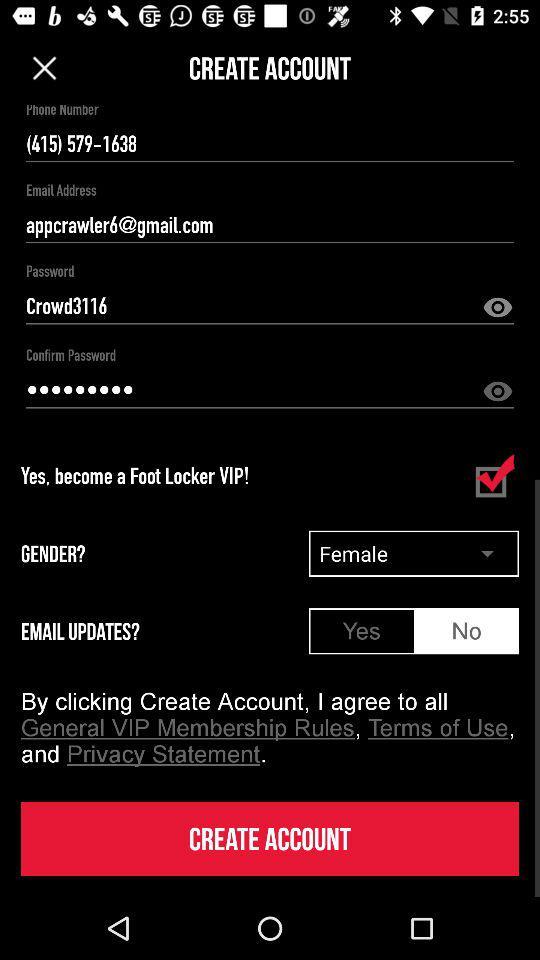 The image size is (540, 960). What do you see at coordinates (496, 308) in the screenshot?
I see `password view` at bounding box center [496, 308].